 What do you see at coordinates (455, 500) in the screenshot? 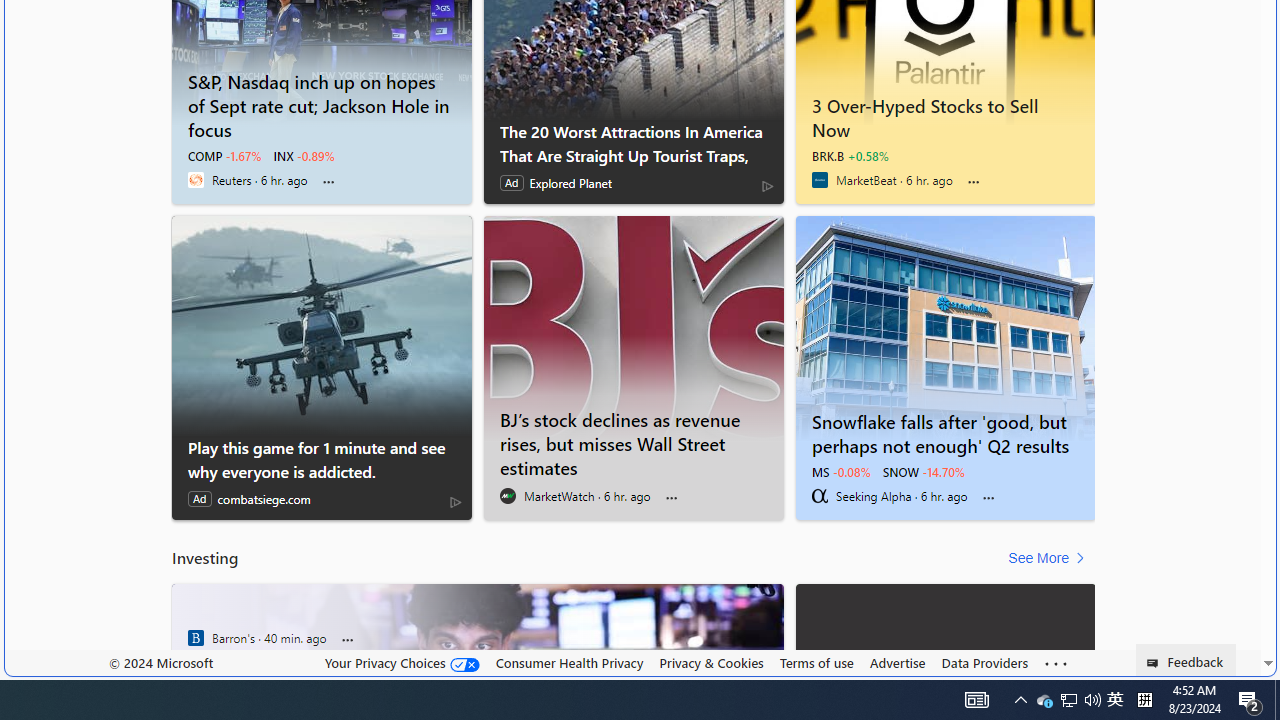
I see `'AdChoices'` at bounding box center [455, 500].